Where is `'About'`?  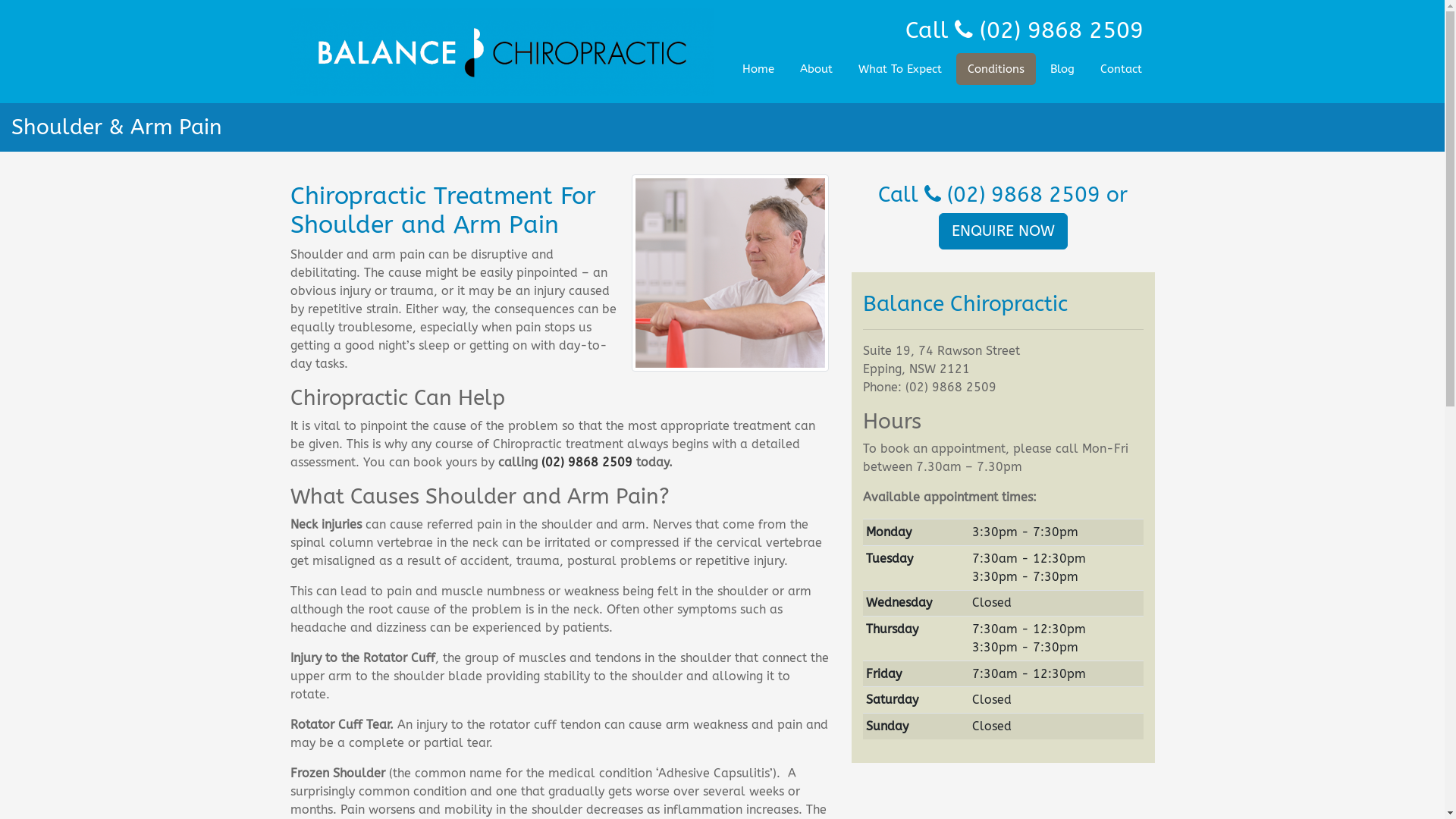
'About' is located at coordinates (815, 69).